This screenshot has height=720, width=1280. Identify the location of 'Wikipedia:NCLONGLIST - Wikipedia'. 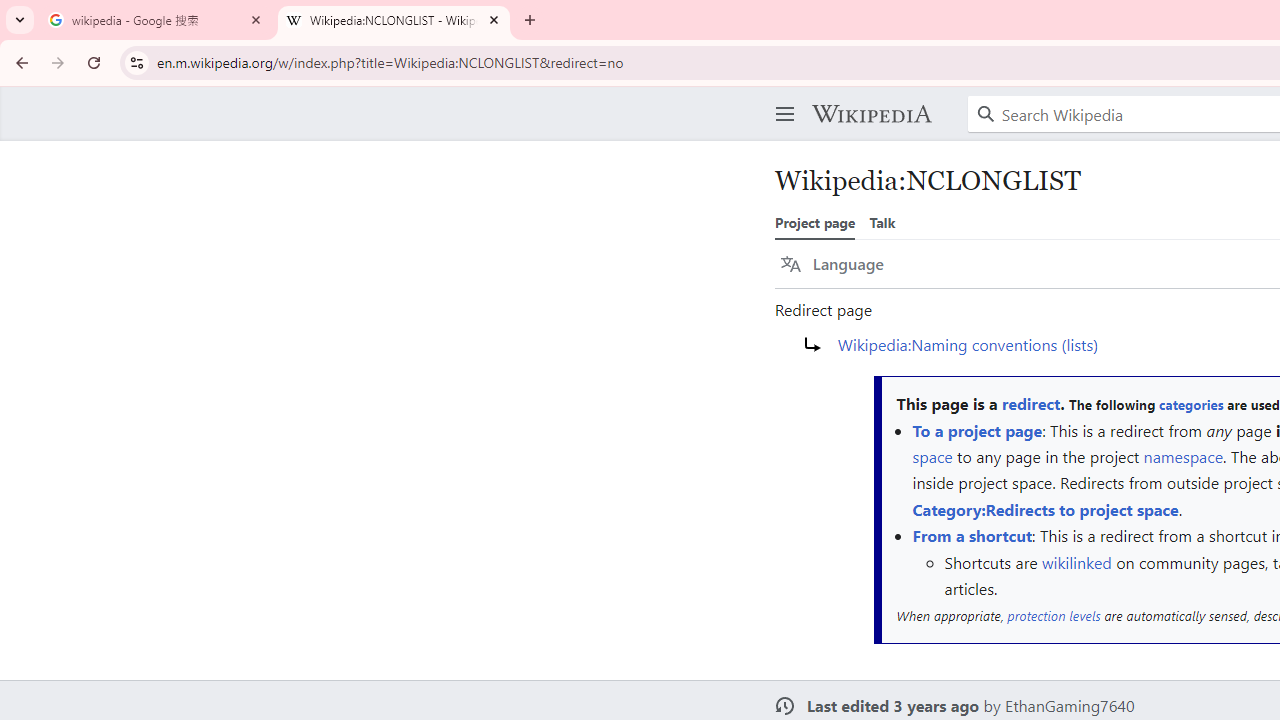
(394, 20).